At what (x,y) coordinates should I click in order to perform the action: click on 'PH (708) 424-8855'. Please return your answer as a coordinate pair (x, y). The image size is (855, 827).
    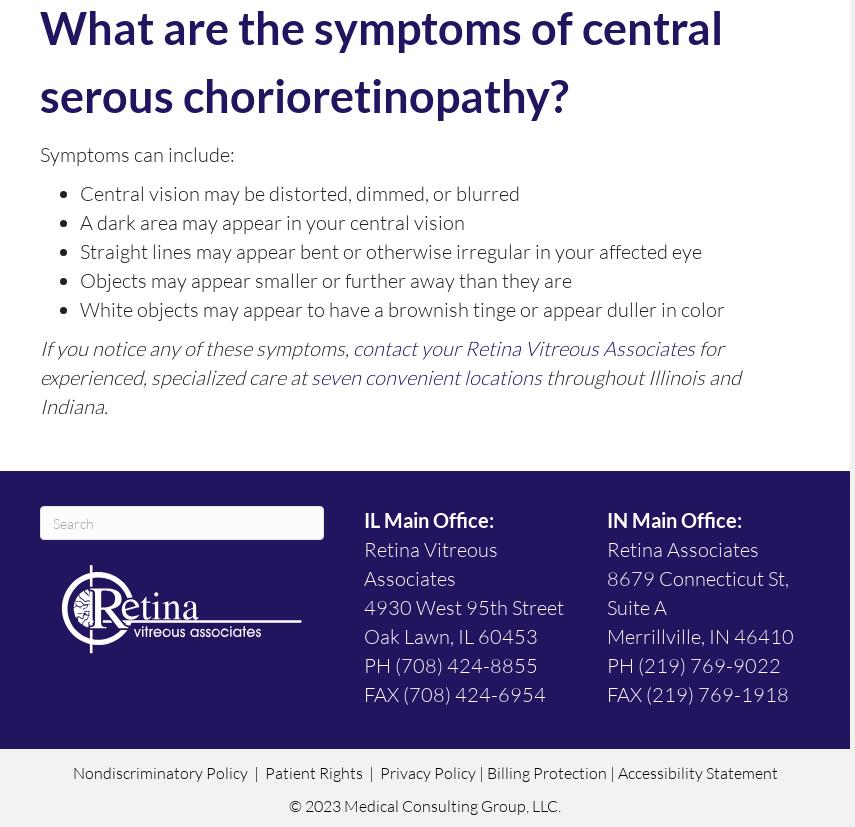
    Looking at the image, I should click on (450, 665).